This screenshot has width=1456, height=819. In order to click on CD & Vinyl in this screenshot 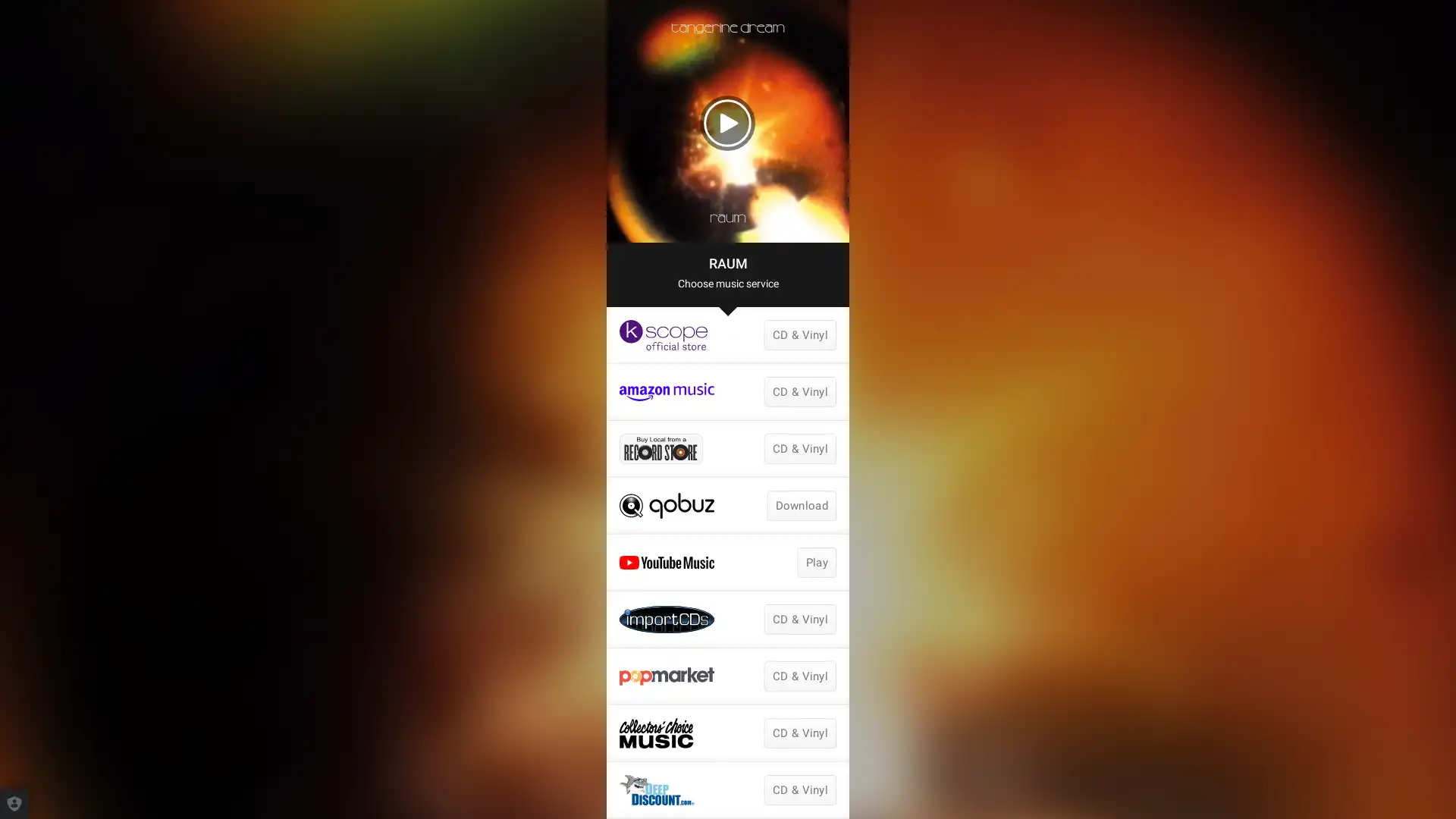, I will do `click(799, 391)`.